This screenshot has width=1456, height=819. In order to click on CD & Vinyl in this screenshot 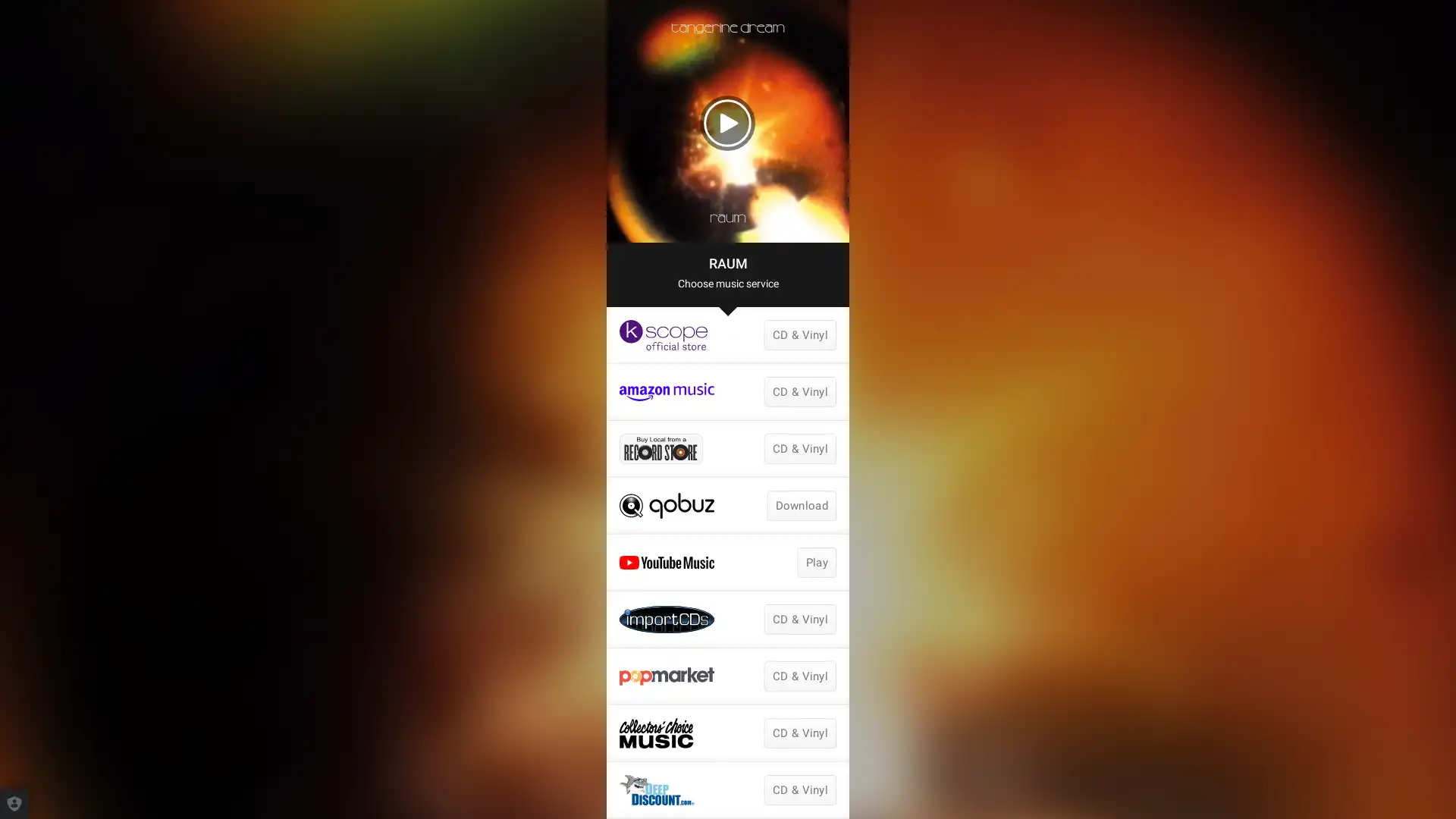, I will do `click(799, 391)`.